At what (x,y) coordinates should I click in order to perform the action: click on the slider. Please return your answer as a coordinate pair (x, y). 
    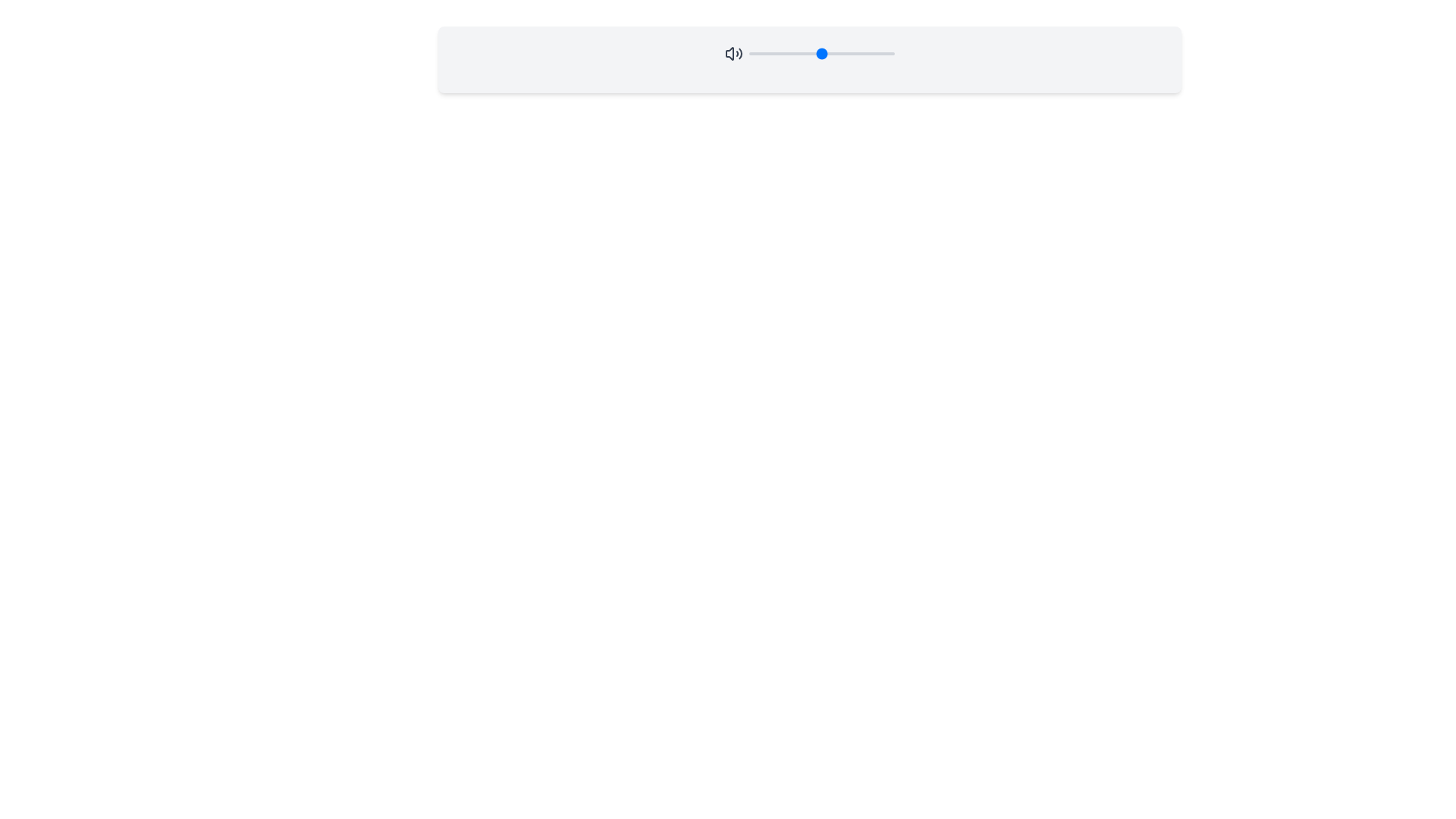
    Looking at the image, I should click on (761, 52).